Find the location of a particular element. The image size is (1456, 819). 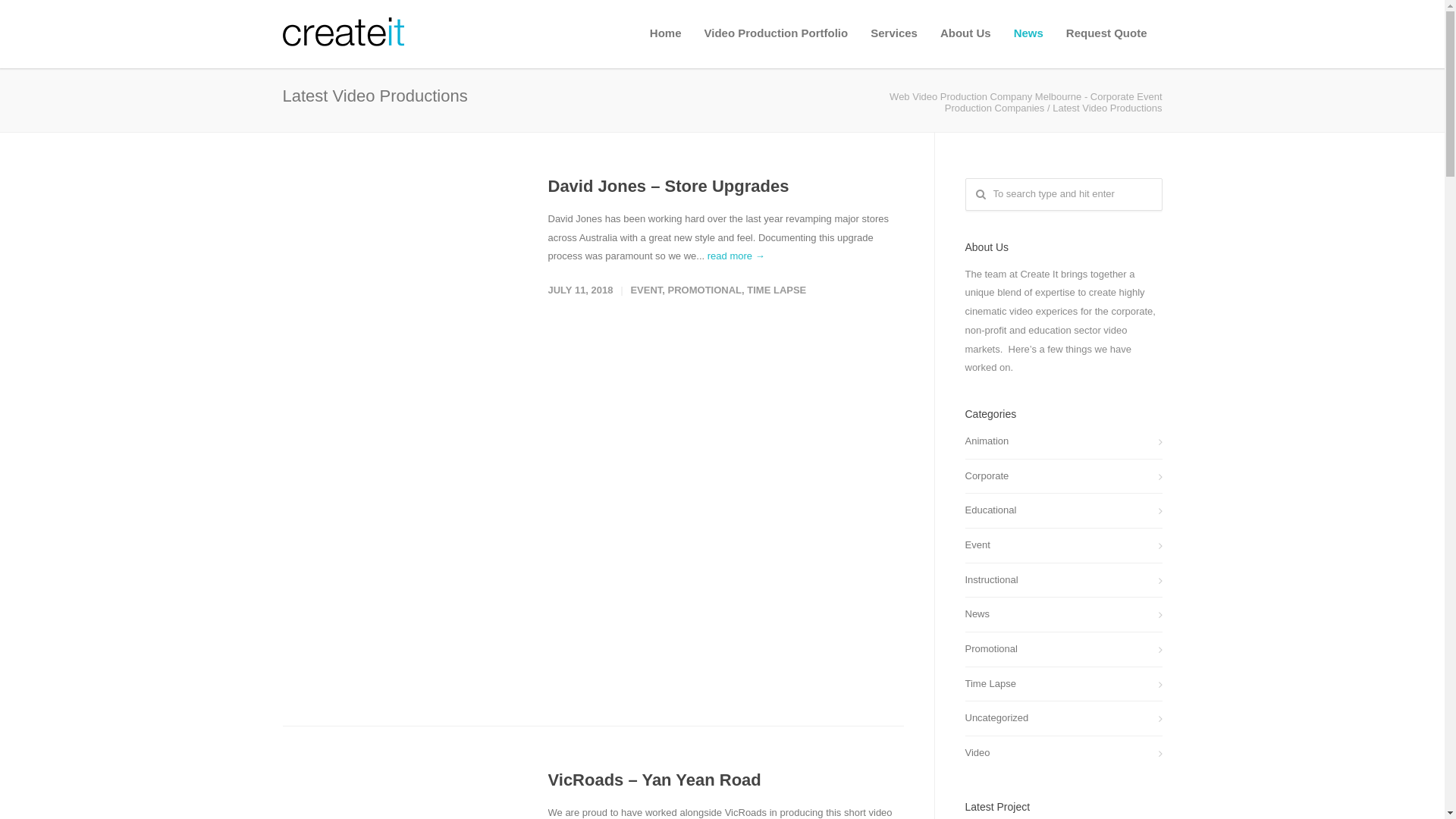

'Animation' is located at coordinates (1062, 441).